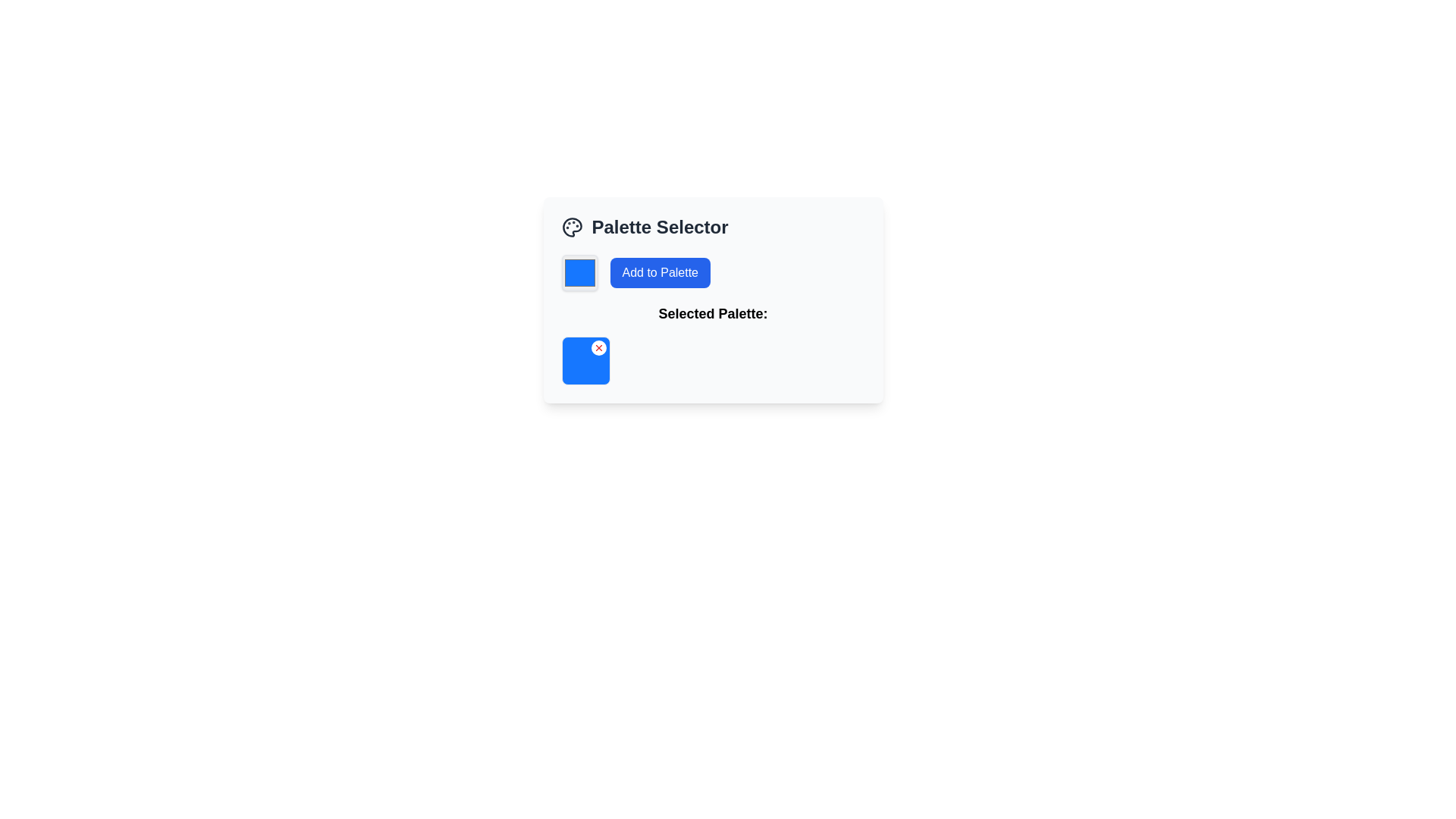 The width and height of the screenshot is (1456, 819). I want to click on the palette icon located to the immediate left of the 'Palette Selector' title in the header section, so click(571, 227).